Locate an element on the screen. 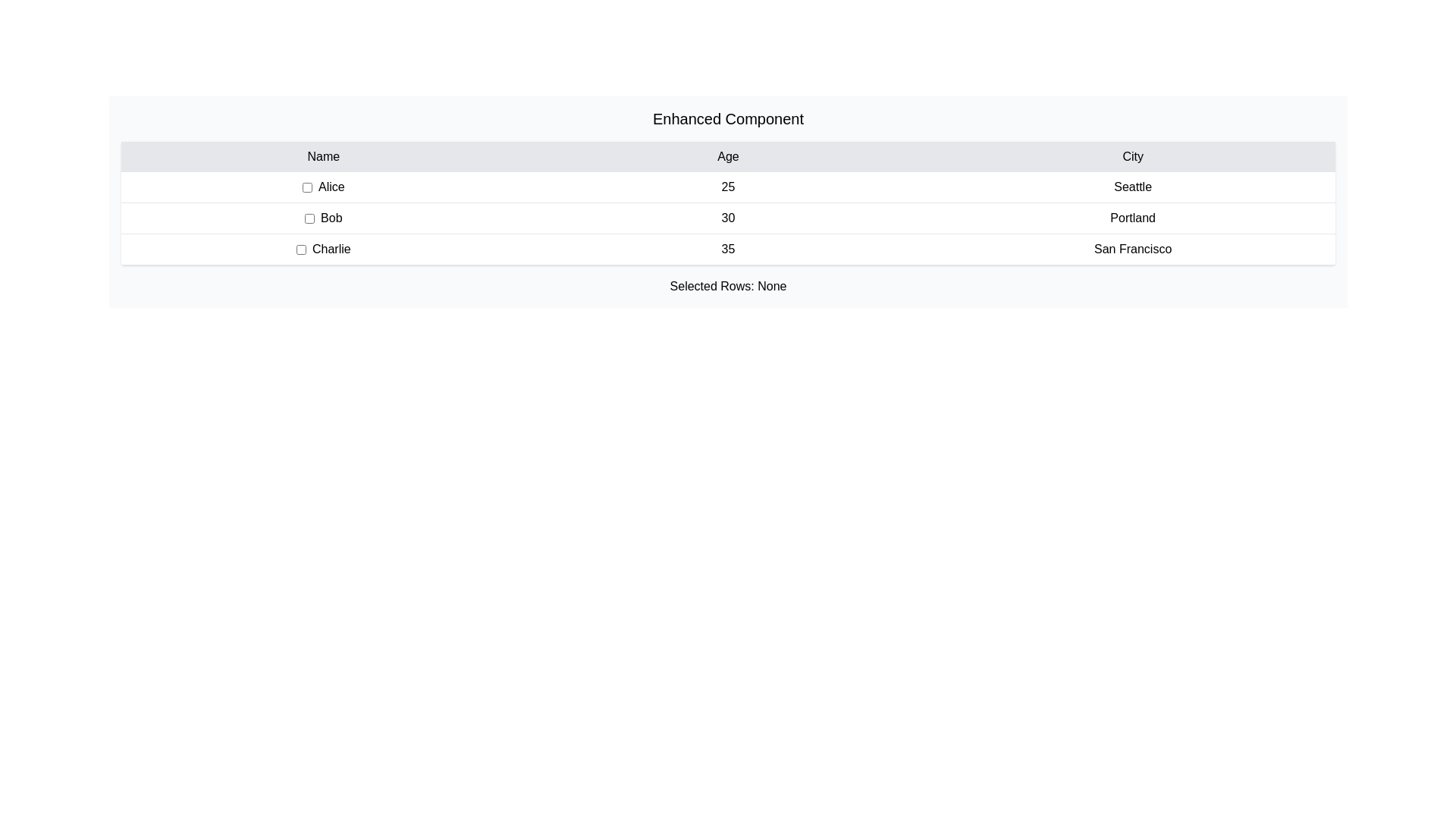 This screenshot has width=1456, height=819. the label displaying 'Selected Rows: None' located at the bottom of the table section, which spans the entire width of the table and is bold and centered is located at coordinates (728, 287).